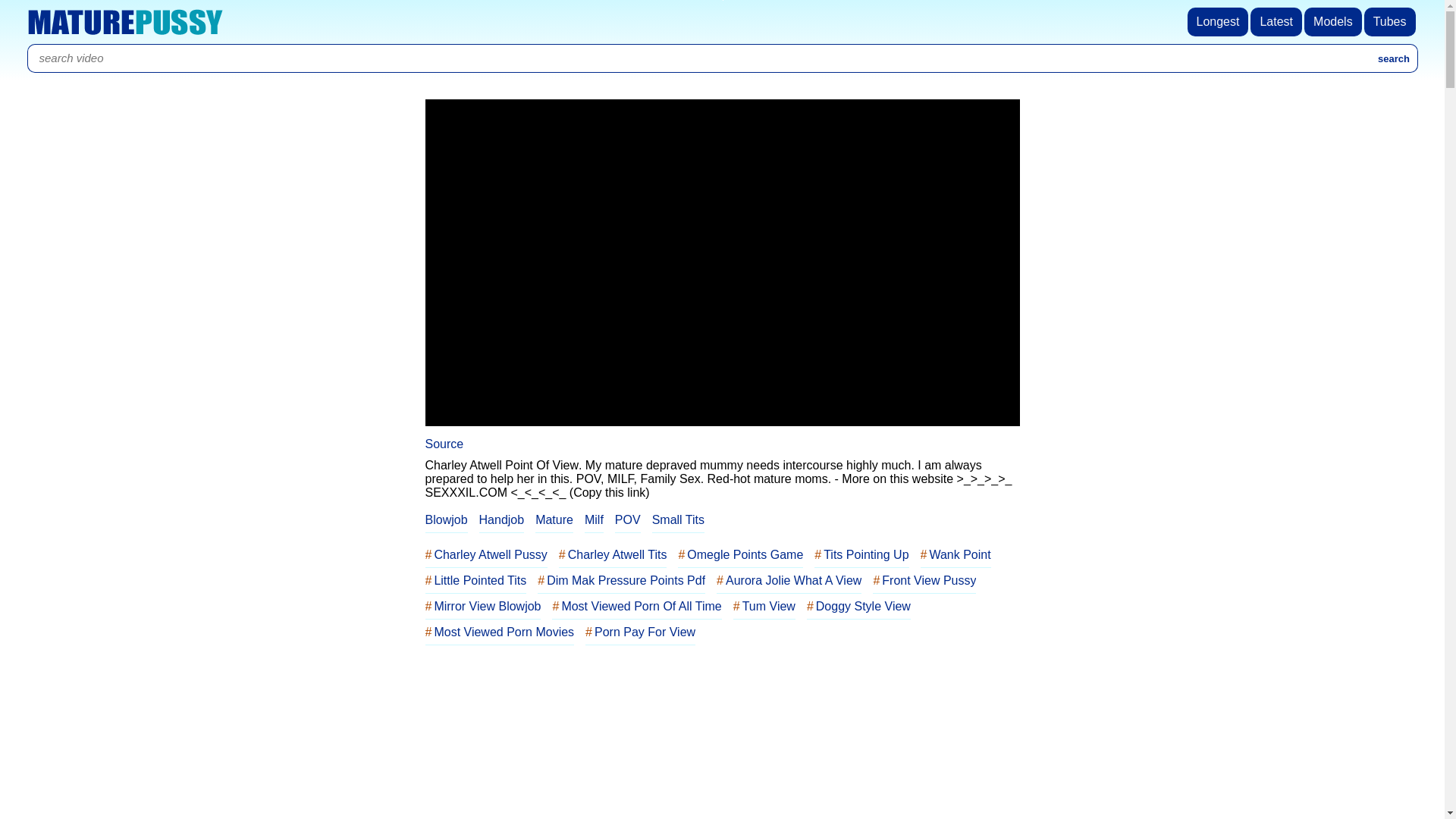 The image size is (1456, 819). What do you see at coordinates (924, 580) in the screenshot?
I see `'Front View Pussy'` at bounding box center [924, 580].